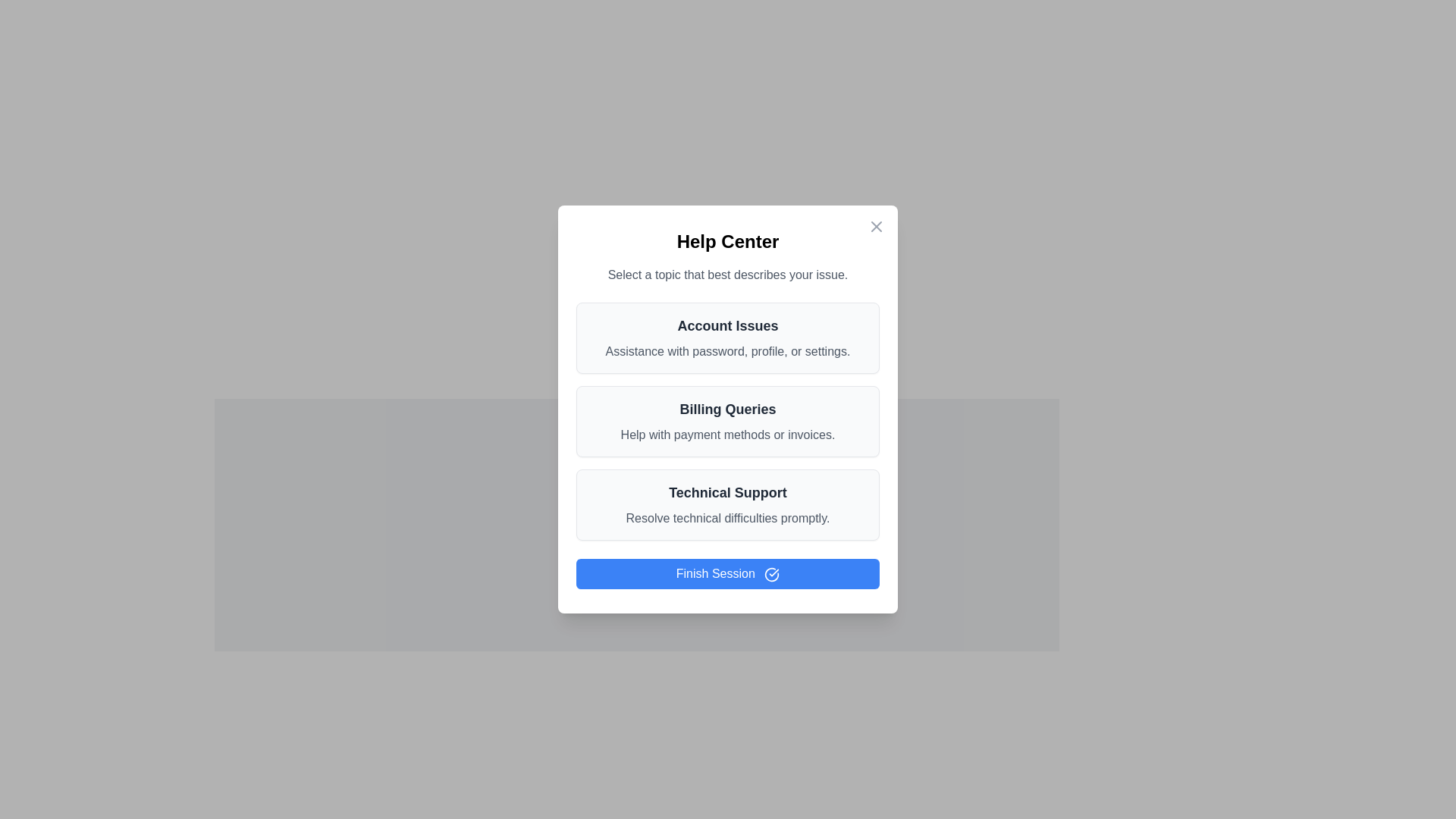 This screenshot has height=819, width=1456. I want to click on the Text Label titled 'Billing Queries' which serves as a heading for the section, located near the top-center of the modal window, above the description text, so click(728, 409).